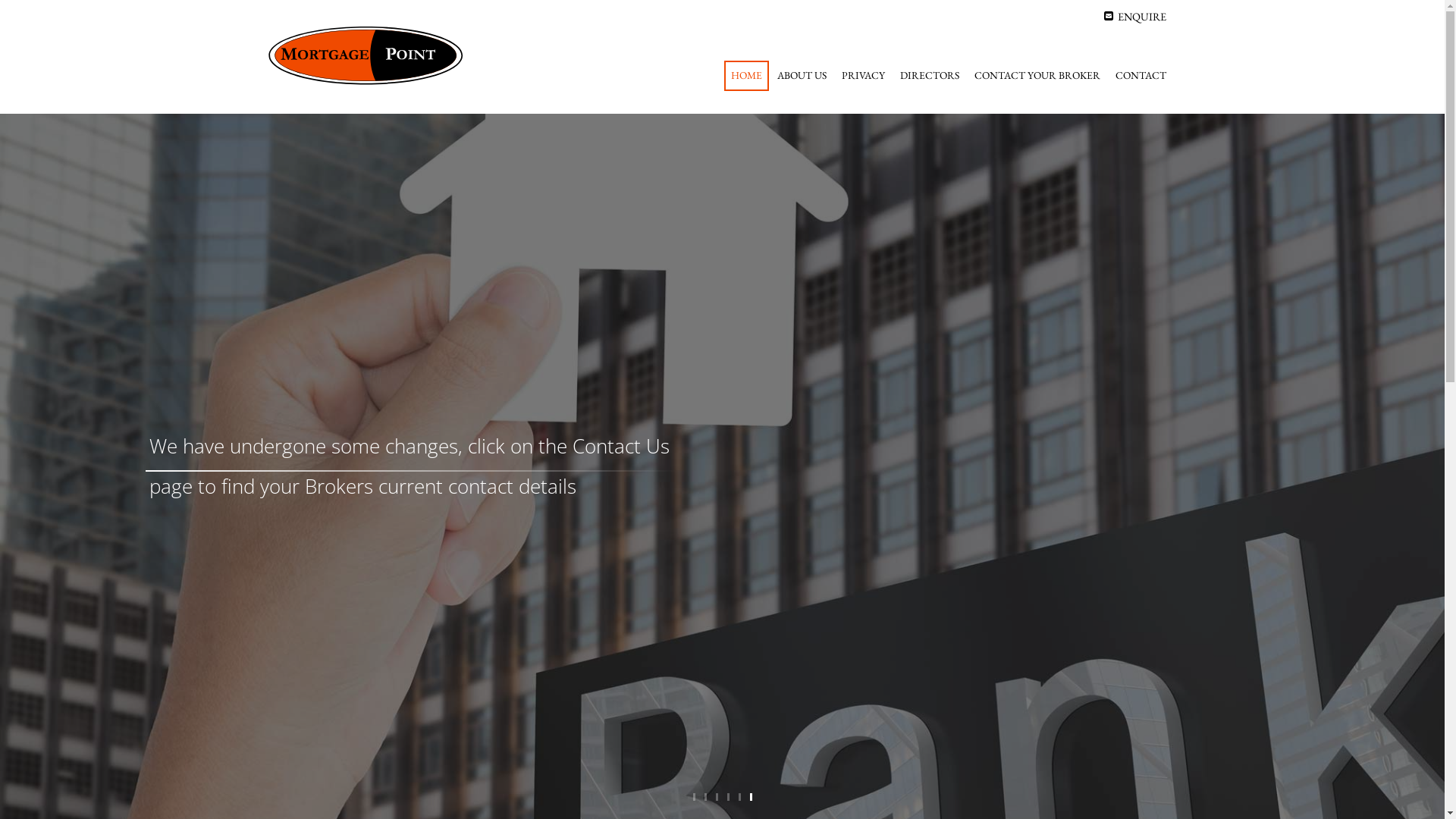  What do you see at coordinates (1037, 76) in the screenshot?
I see `'CONTACT YOUR BROKER'` at bounding box center [1037, 76].